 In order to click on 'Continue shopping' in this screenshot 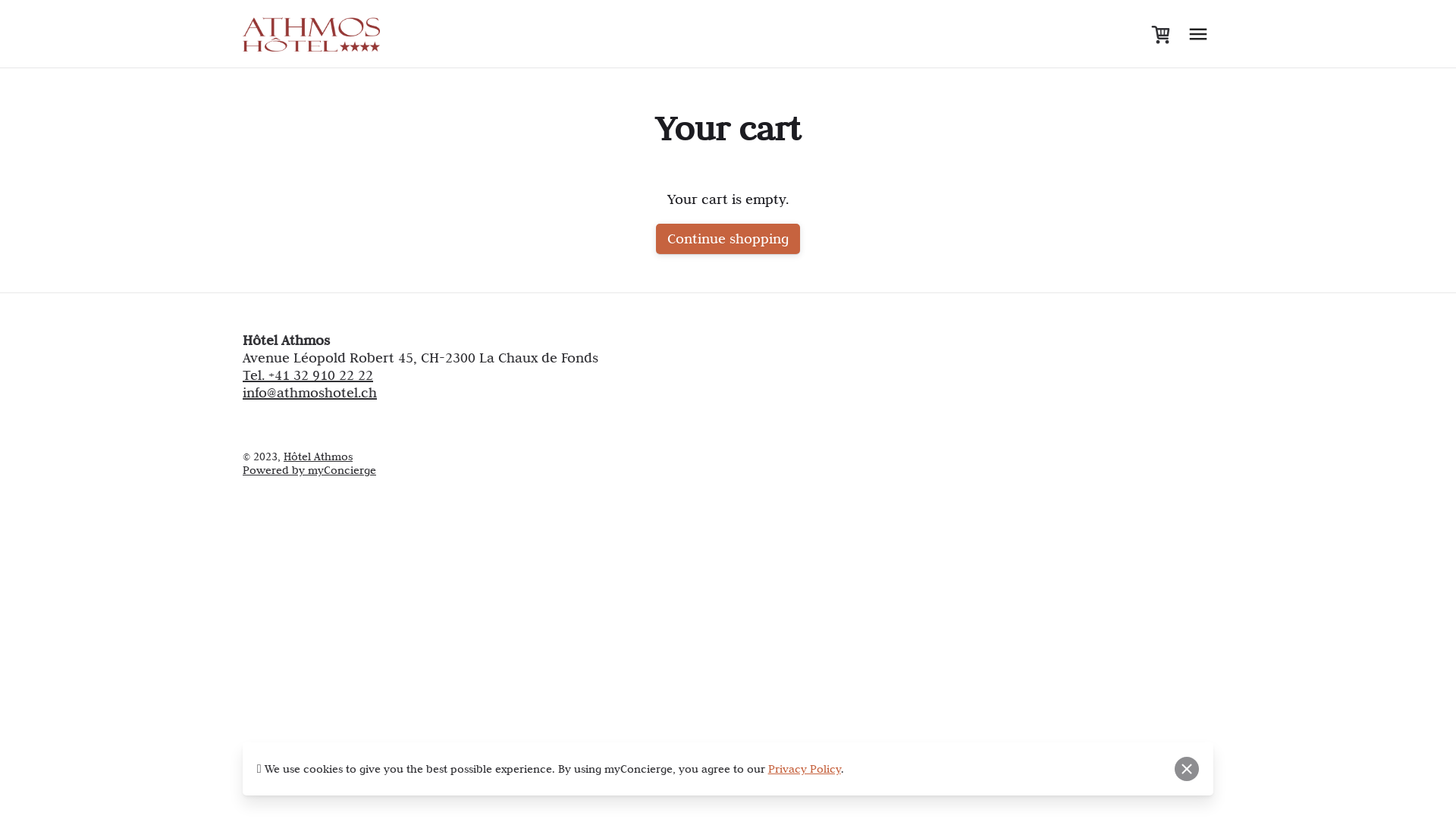, I will do `click(728, 239)`.